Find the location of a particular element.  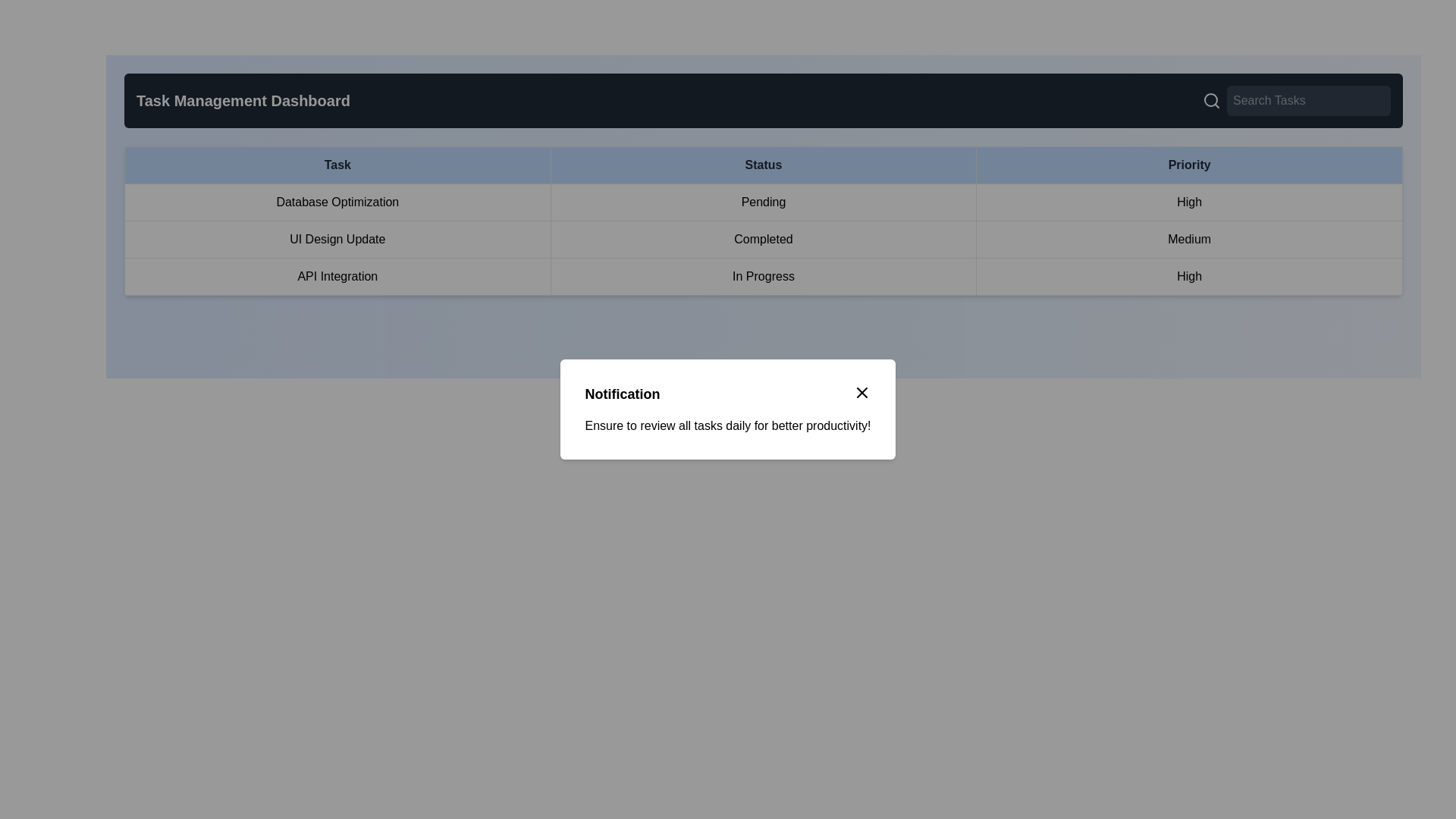

the title Text Label of the dashboard interface, which is located at the top-left of the header bar is located at coordinates (243, 100).